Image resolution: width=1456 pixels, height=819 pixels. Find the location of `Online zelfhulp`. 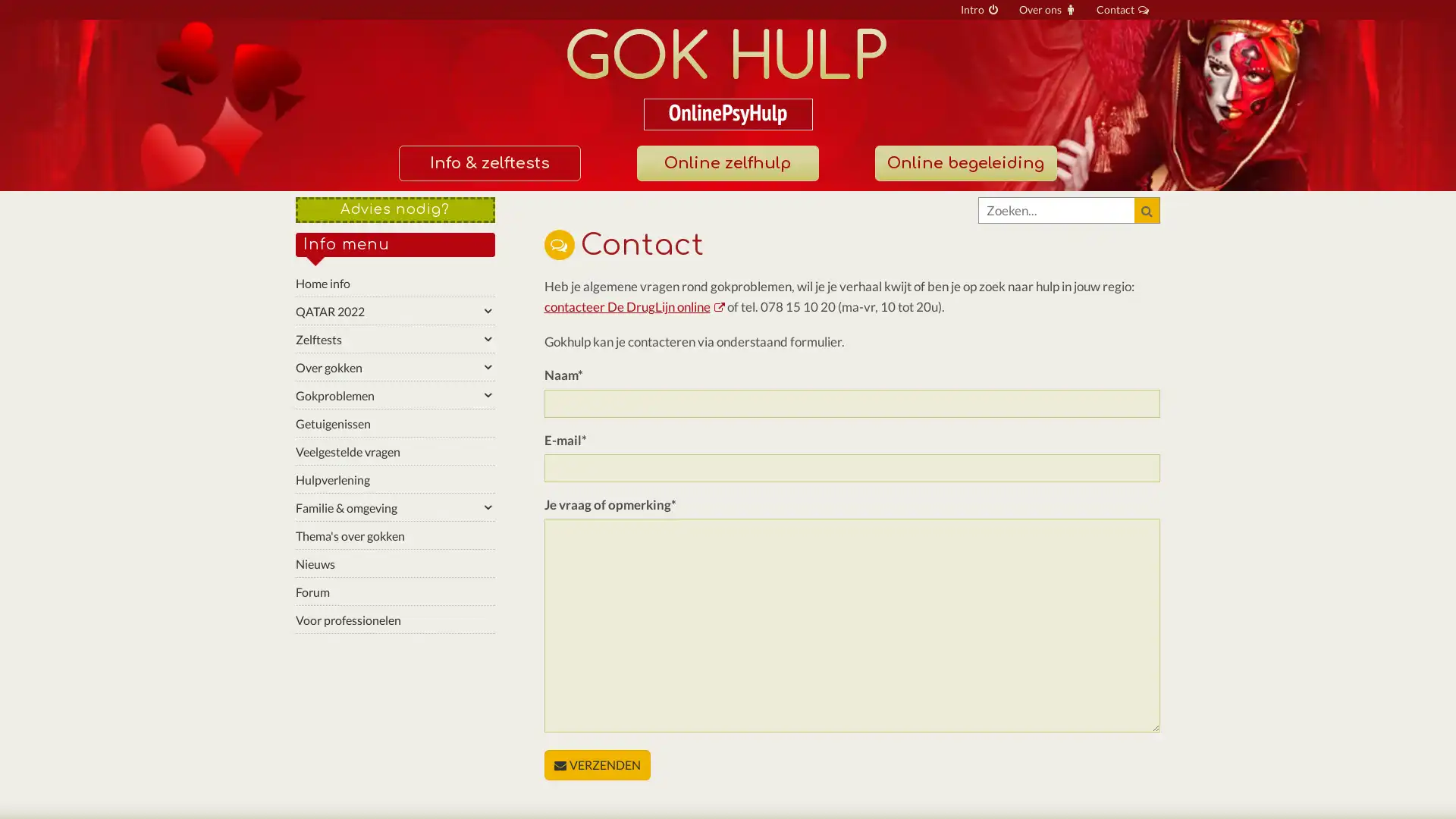

Online zelfhulp is located at coordinates (726, 163).